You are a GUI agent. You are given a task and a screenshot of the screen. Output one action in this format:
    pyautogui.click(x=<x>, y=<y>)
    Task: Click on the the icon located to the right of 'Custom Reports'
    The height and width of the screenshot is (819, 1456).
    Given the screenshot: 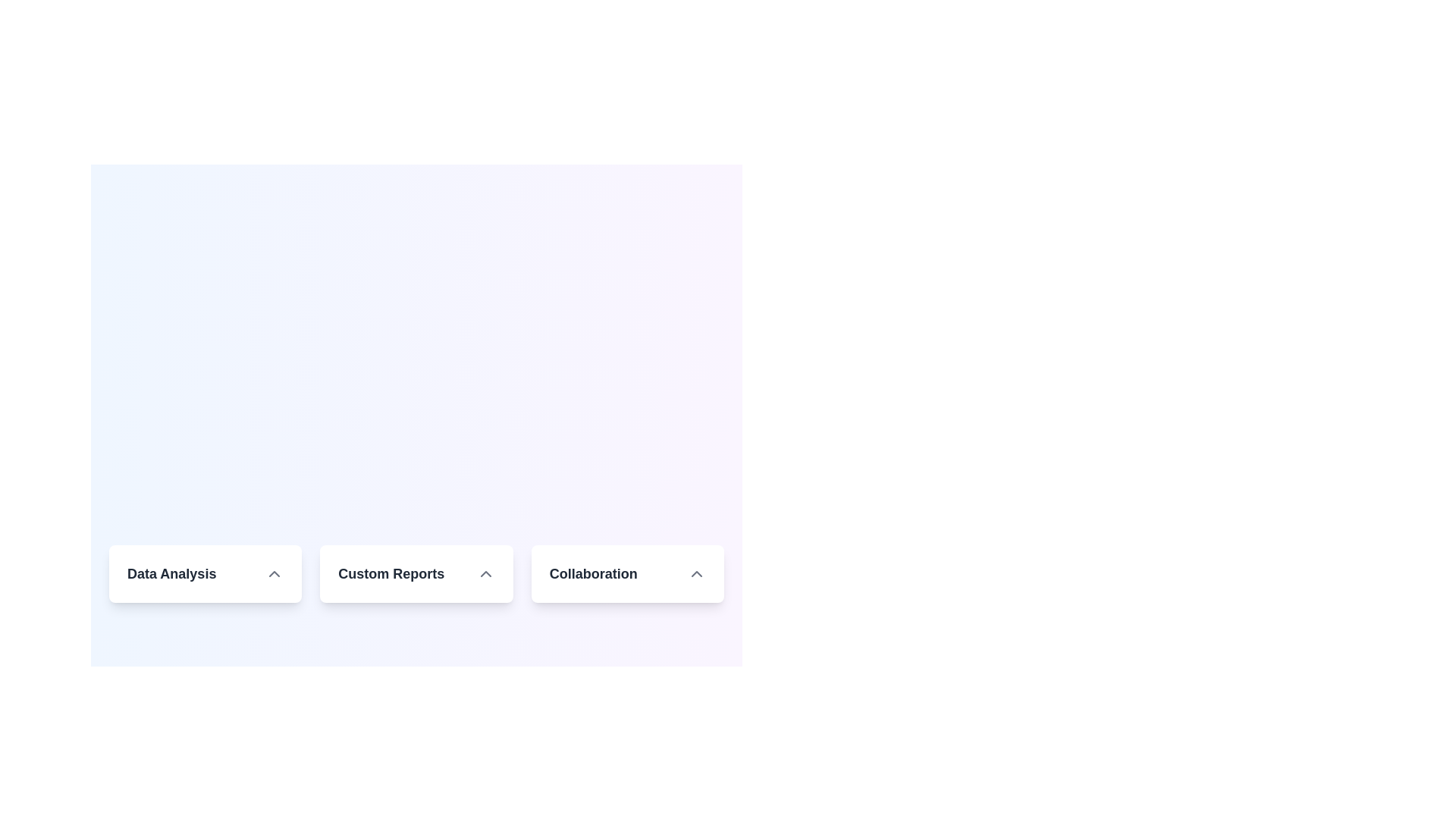 What is the action you would take?
    pyautogui.click(x=485, y=573)
    